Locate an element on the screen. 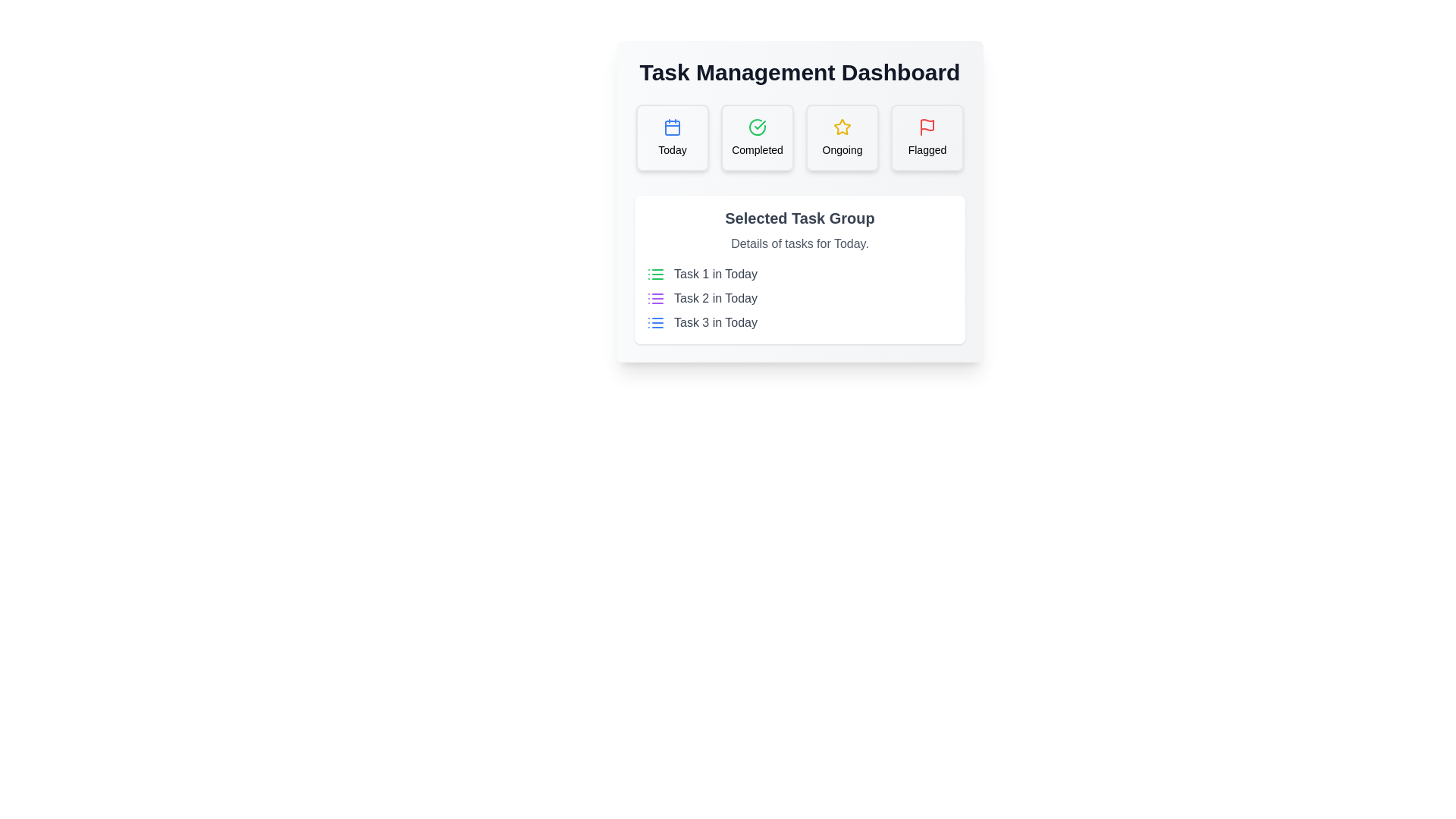 This screenshot has height=819, width=1456. the static text component displaying 'Selected Task Group', which is styled in dark gray and serves as the title of the white card interface is located at coordinates (799, 218).